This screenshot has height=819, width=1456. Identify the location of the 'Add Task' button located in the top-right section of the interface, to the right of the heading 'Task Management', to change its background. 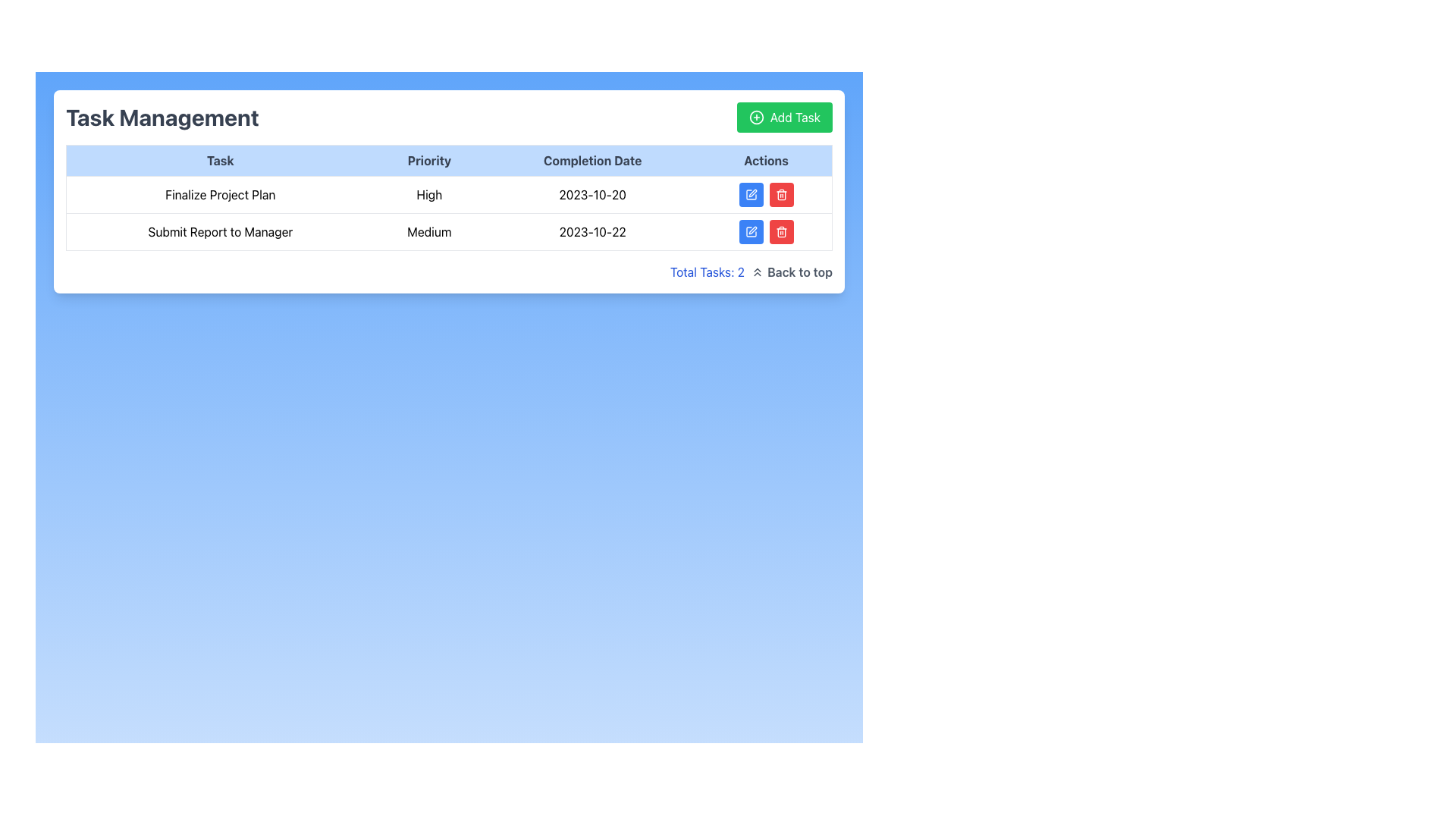
(784, 116).